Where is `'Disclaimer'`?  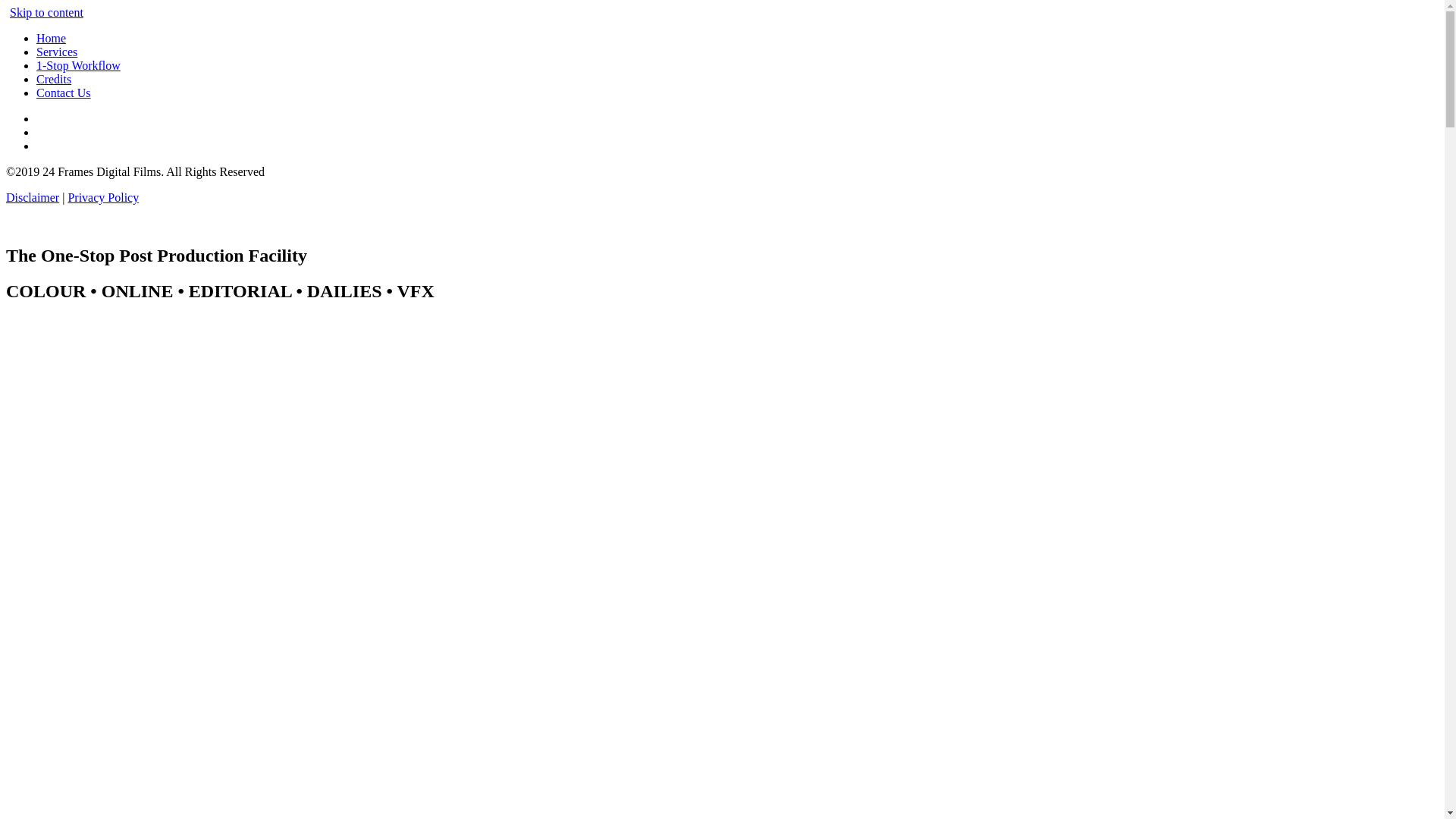
'Disclaimer' is located at coordinates (6, 196).